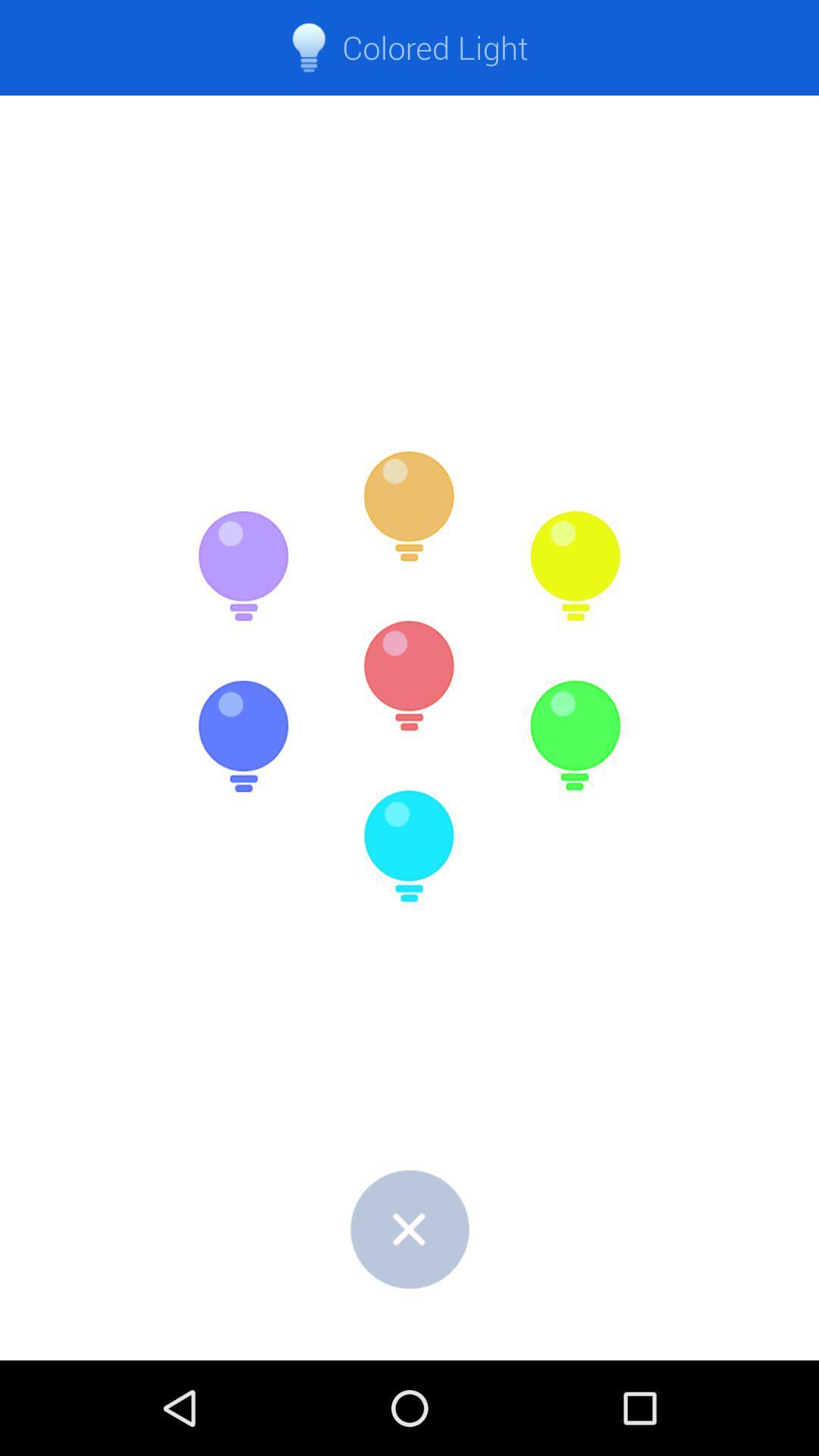 The image size is (819, 1456). Describe the element at coordinates (243, 566) in the screenshot. I see `choose purple light` at that location.